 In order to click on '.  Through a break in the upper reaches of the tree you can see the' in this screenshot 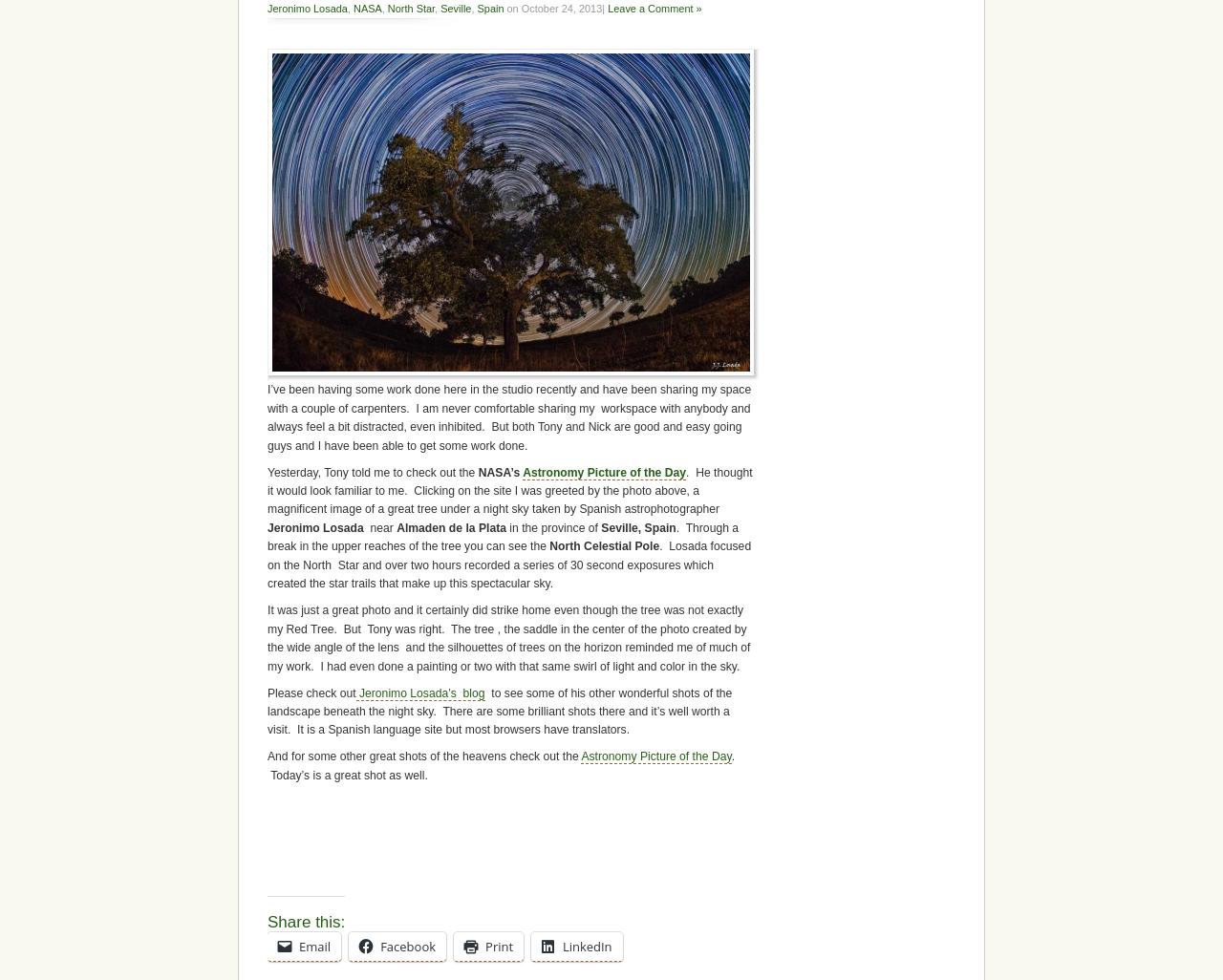, I will do `click(503, 537)`.